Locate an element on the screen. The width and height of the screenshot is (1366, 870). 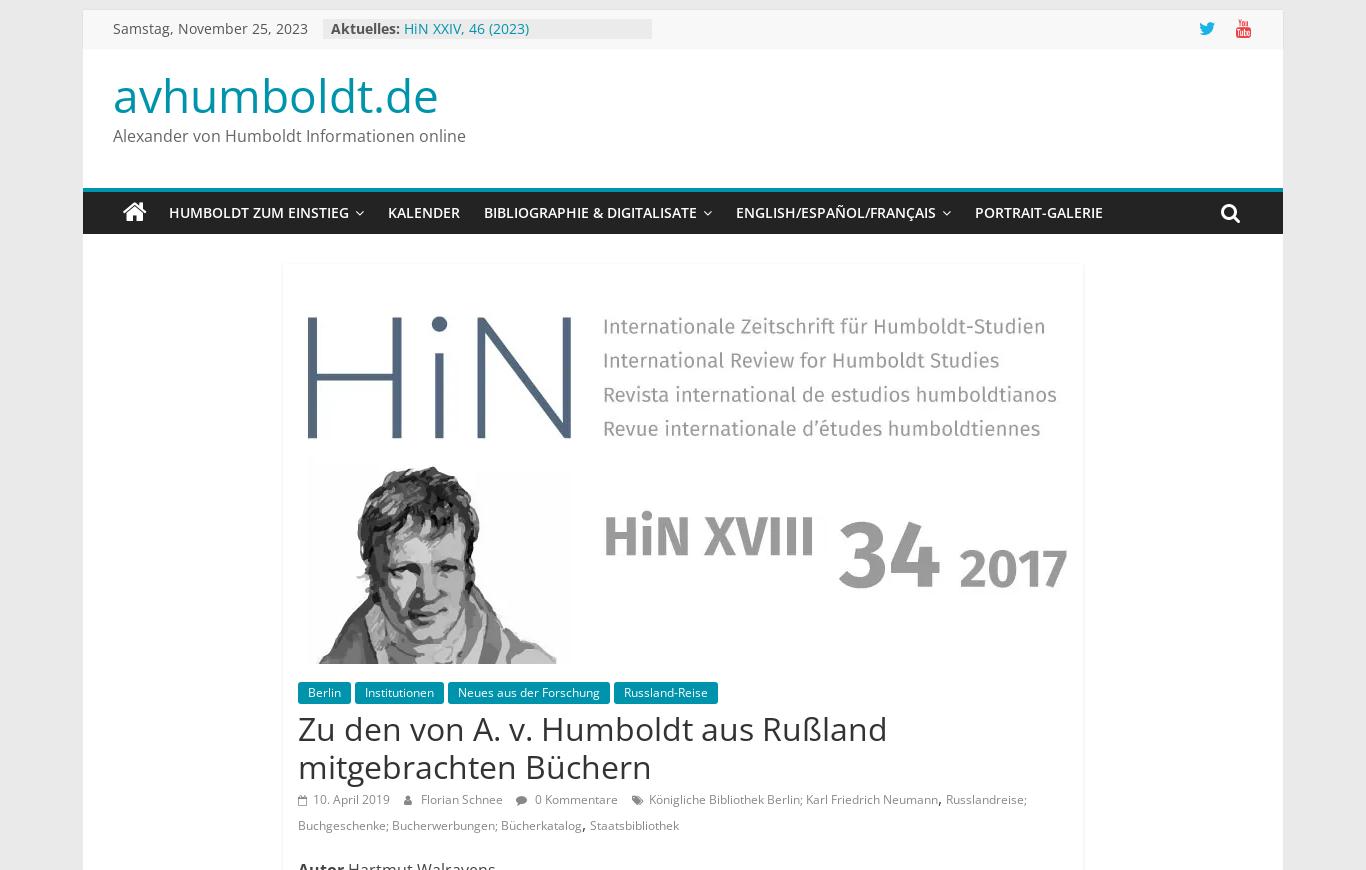
'0 Kommentare' is located at coordinates (573, 799).